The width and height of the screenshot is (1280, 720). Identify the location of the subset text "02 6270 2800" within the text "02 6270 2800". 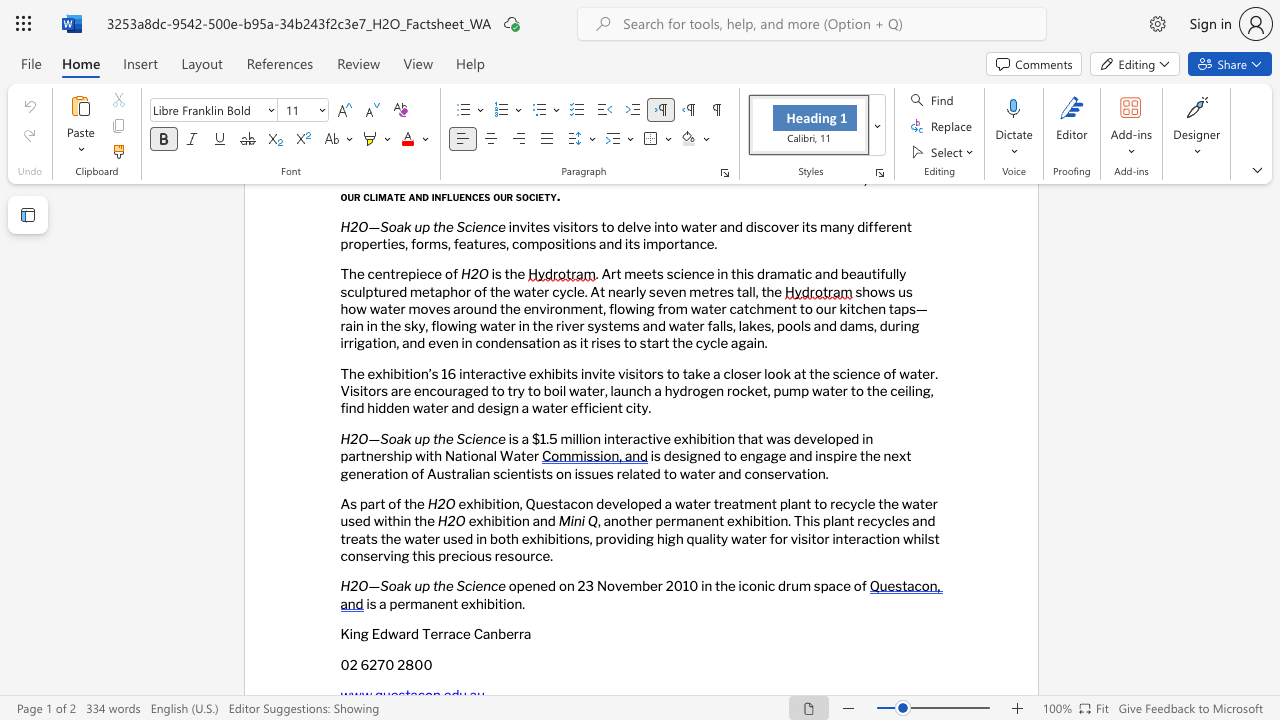
(340, 664).